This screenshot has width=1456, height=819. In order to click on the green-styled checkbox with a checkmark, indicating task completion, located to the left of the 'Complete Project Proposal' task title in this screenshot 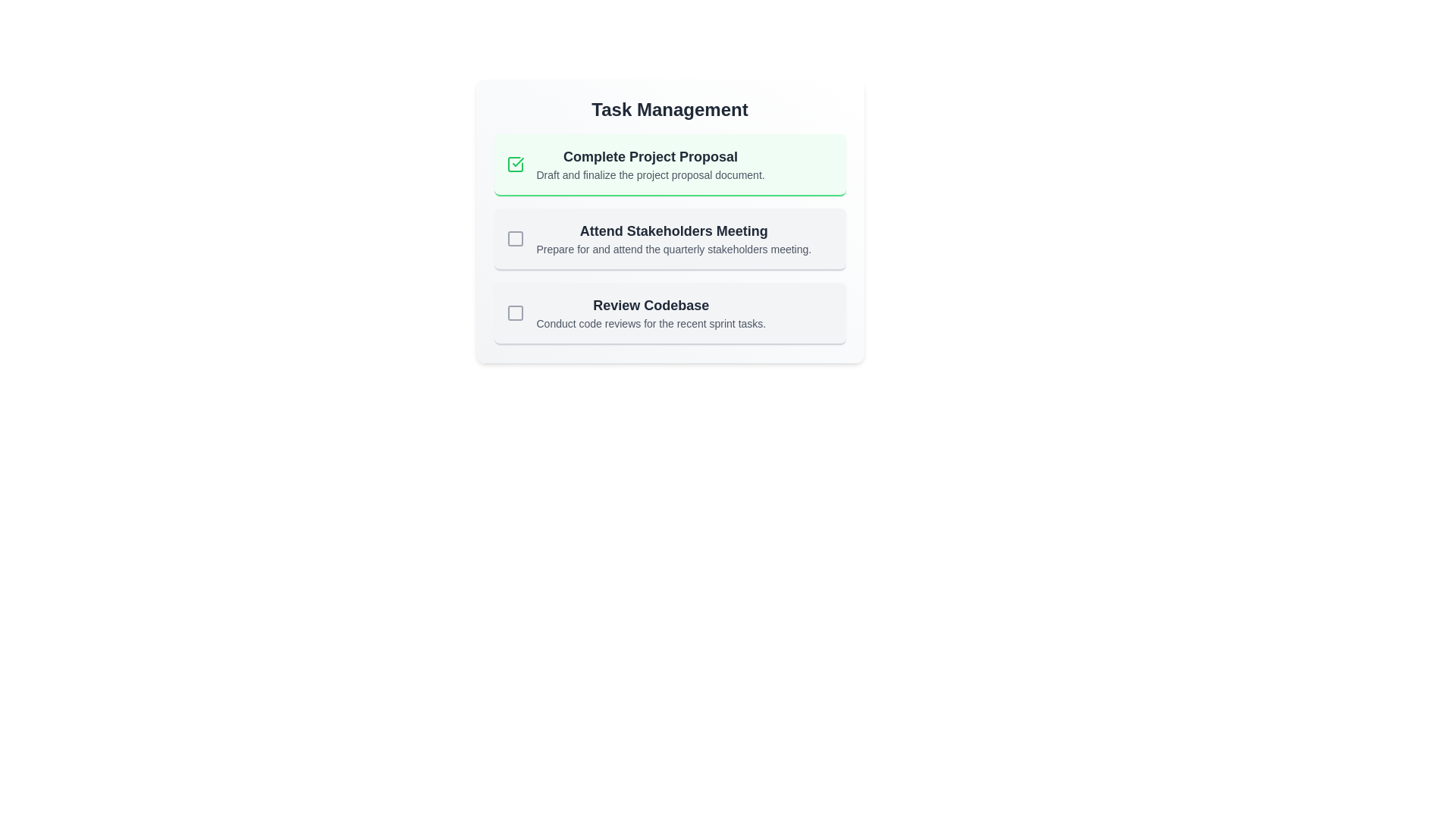, I will do `click(515, 164)`.